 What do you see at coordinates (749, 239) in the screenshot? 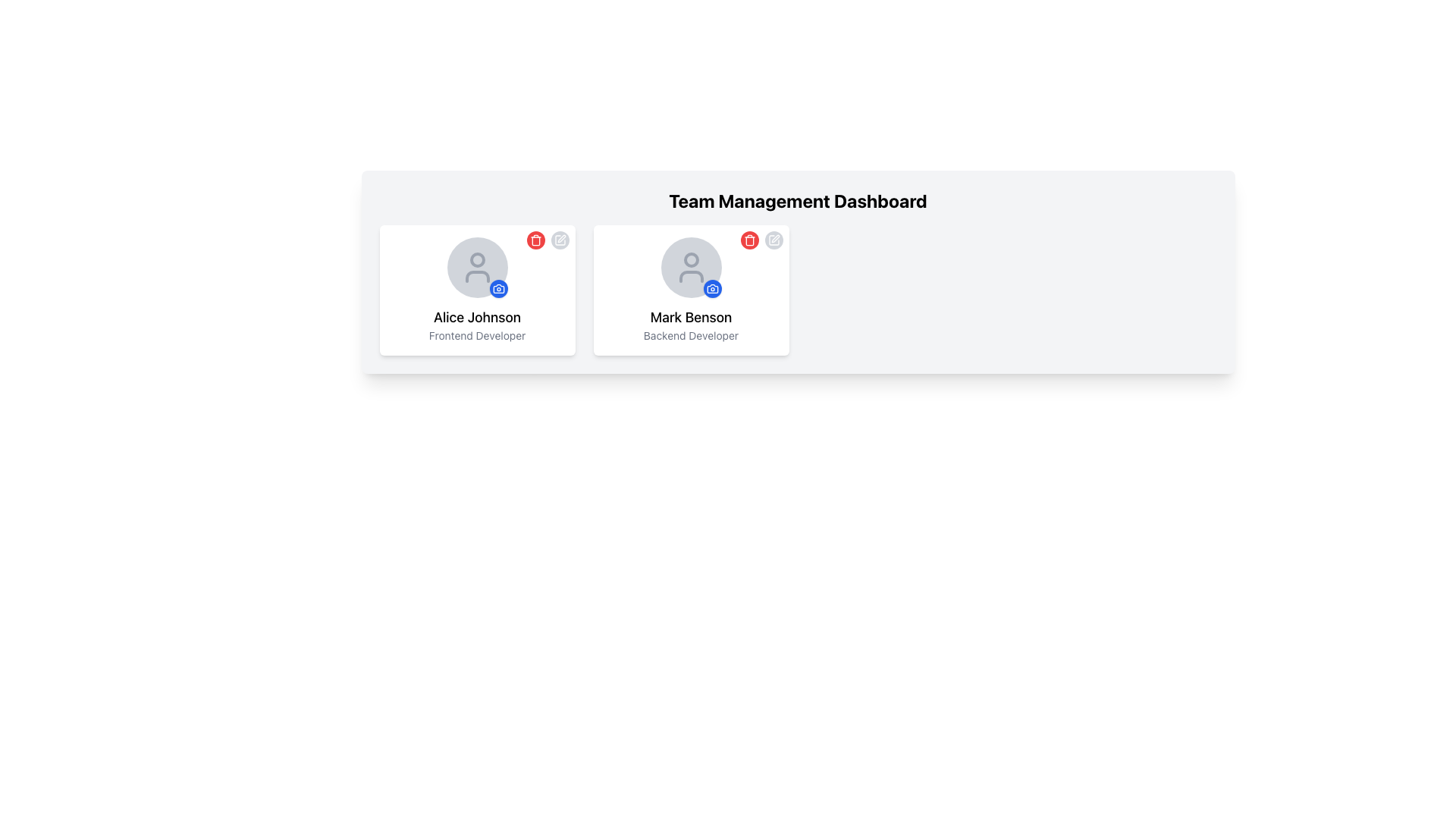
I see `the delete button located at the top-right corner of the user card for 'Mark Benson'` at bounding box center [749, 239].